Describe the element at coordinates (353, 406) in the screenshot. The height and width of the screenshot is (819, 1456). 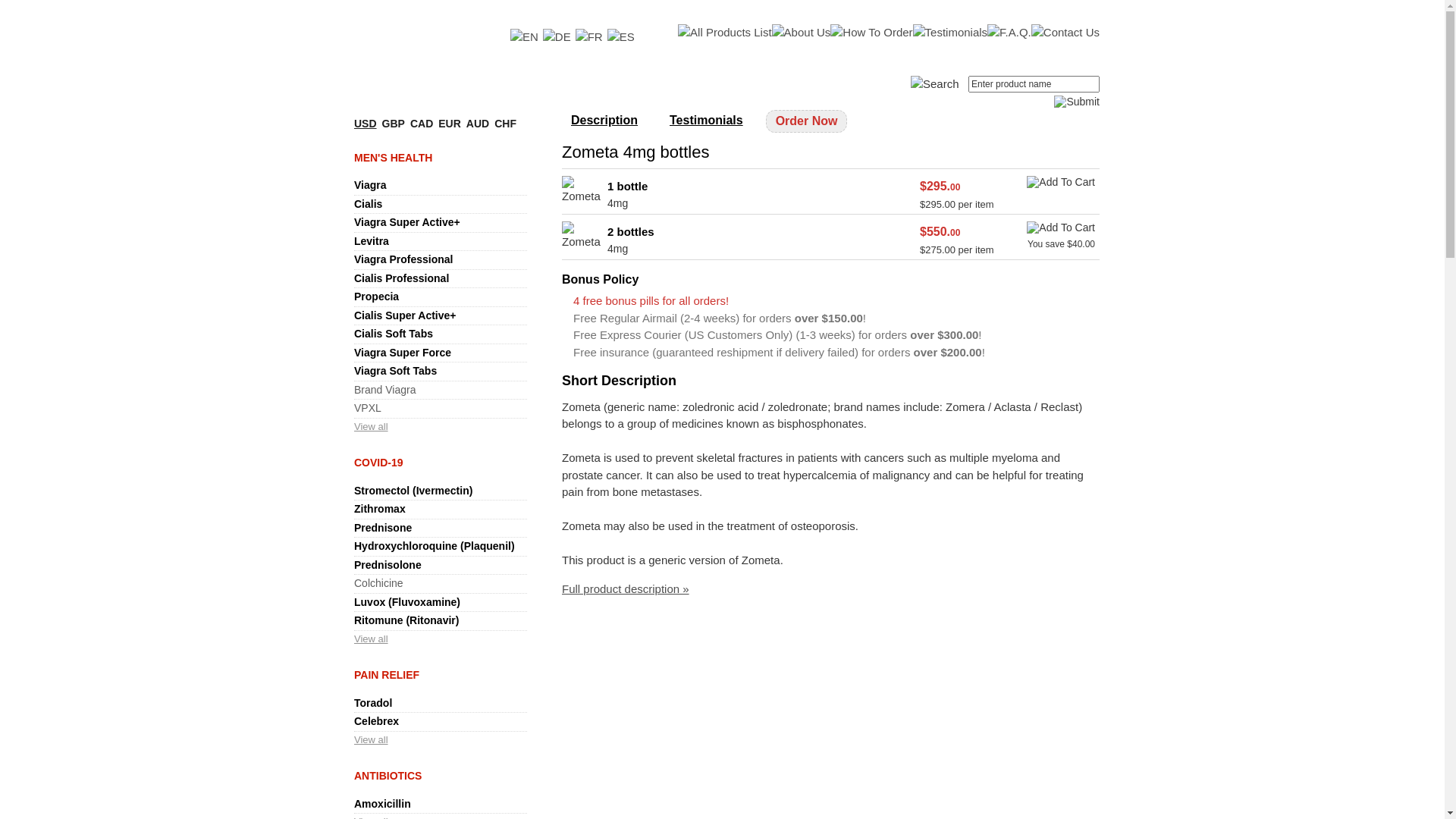
I see `'VPXL'` at that location.